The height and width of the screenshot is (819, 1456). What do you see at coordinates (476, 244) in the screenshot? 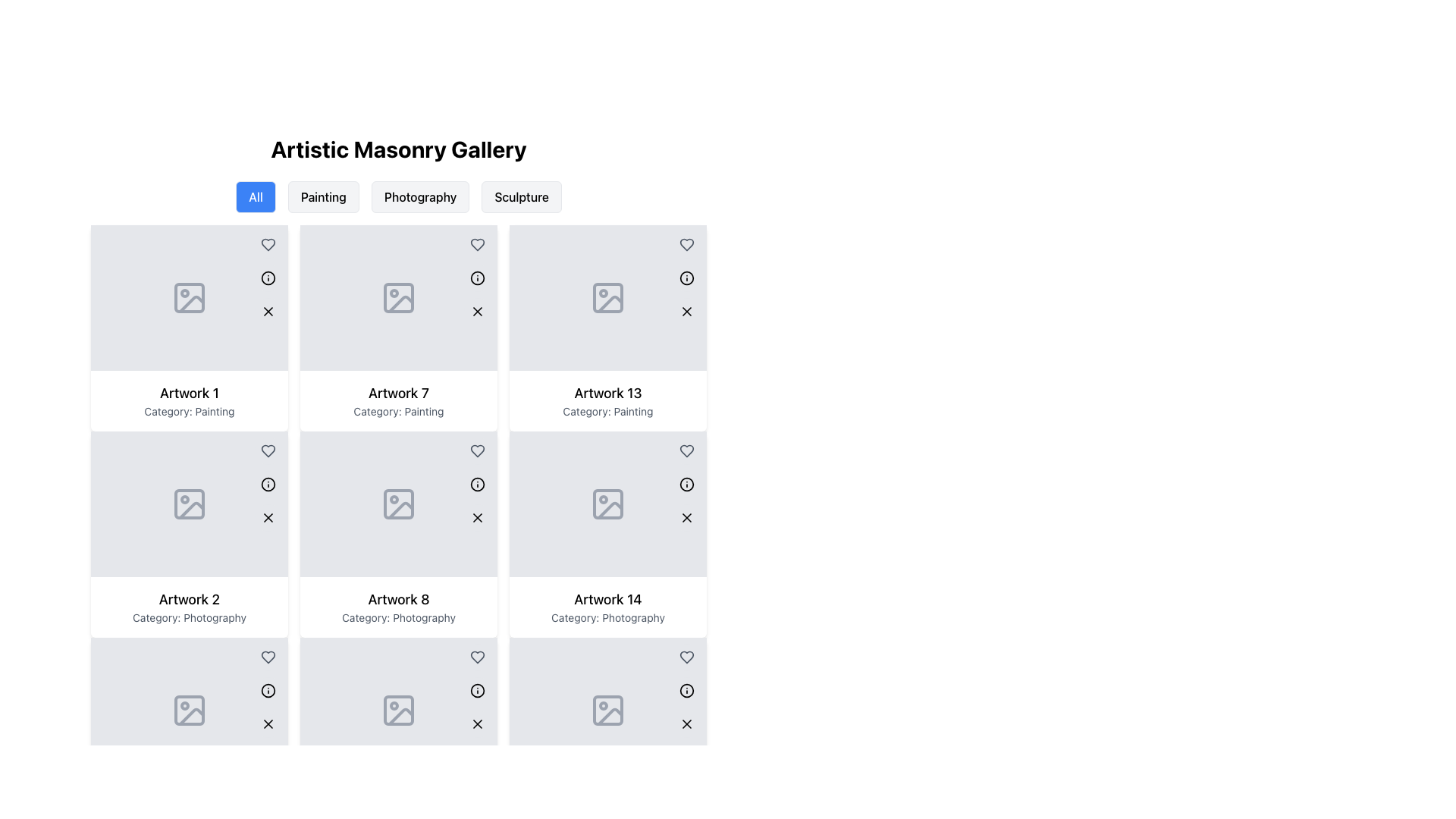
I see `the 'like' button located in the top-right corner of the grid card for 'Artwork 7' to mark it as a favorite` at bounding box center [476, 244].